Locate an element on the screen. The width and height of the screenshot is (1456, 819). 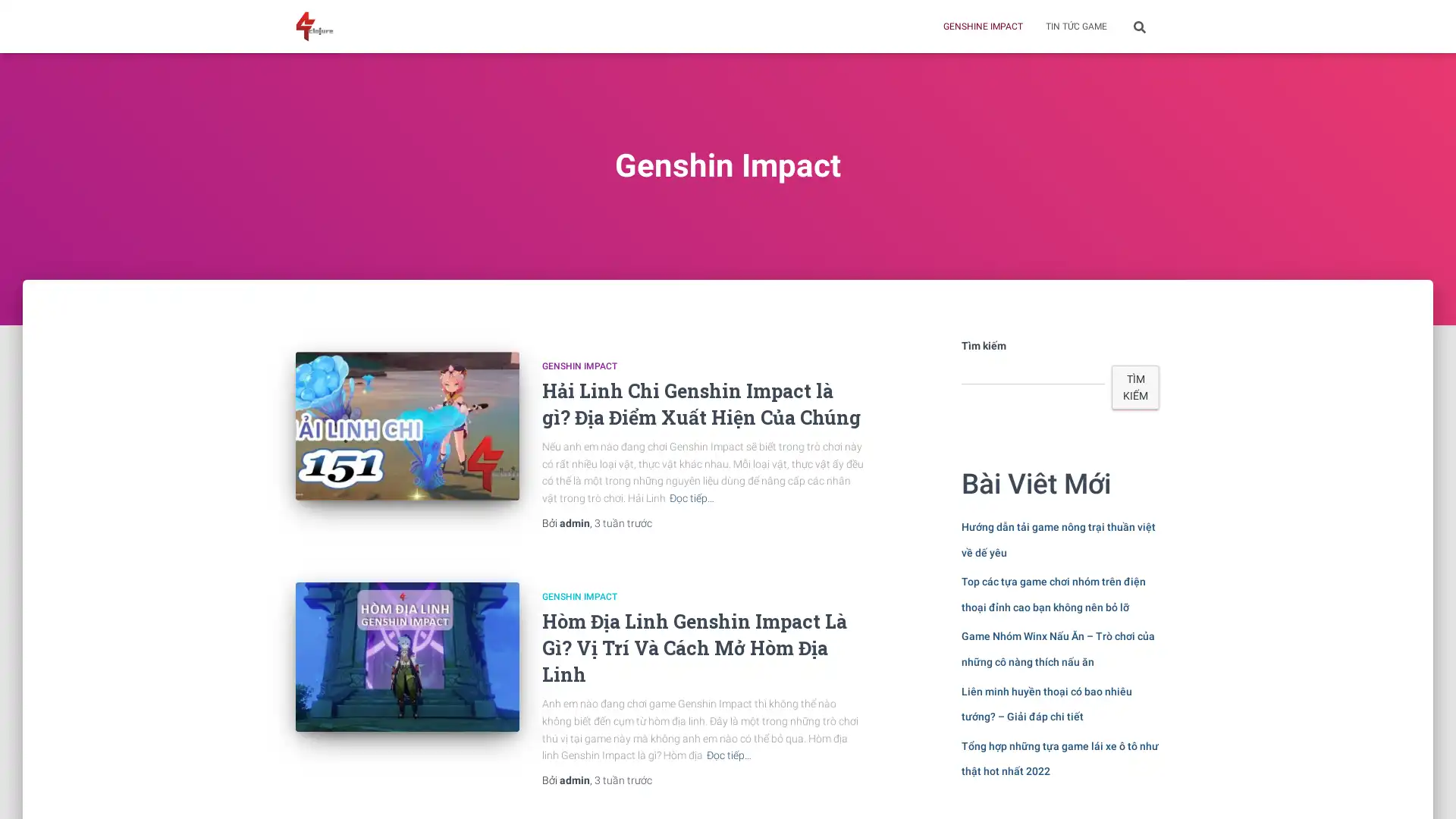
TIM KIEM is located at coordinates (1135, 386).